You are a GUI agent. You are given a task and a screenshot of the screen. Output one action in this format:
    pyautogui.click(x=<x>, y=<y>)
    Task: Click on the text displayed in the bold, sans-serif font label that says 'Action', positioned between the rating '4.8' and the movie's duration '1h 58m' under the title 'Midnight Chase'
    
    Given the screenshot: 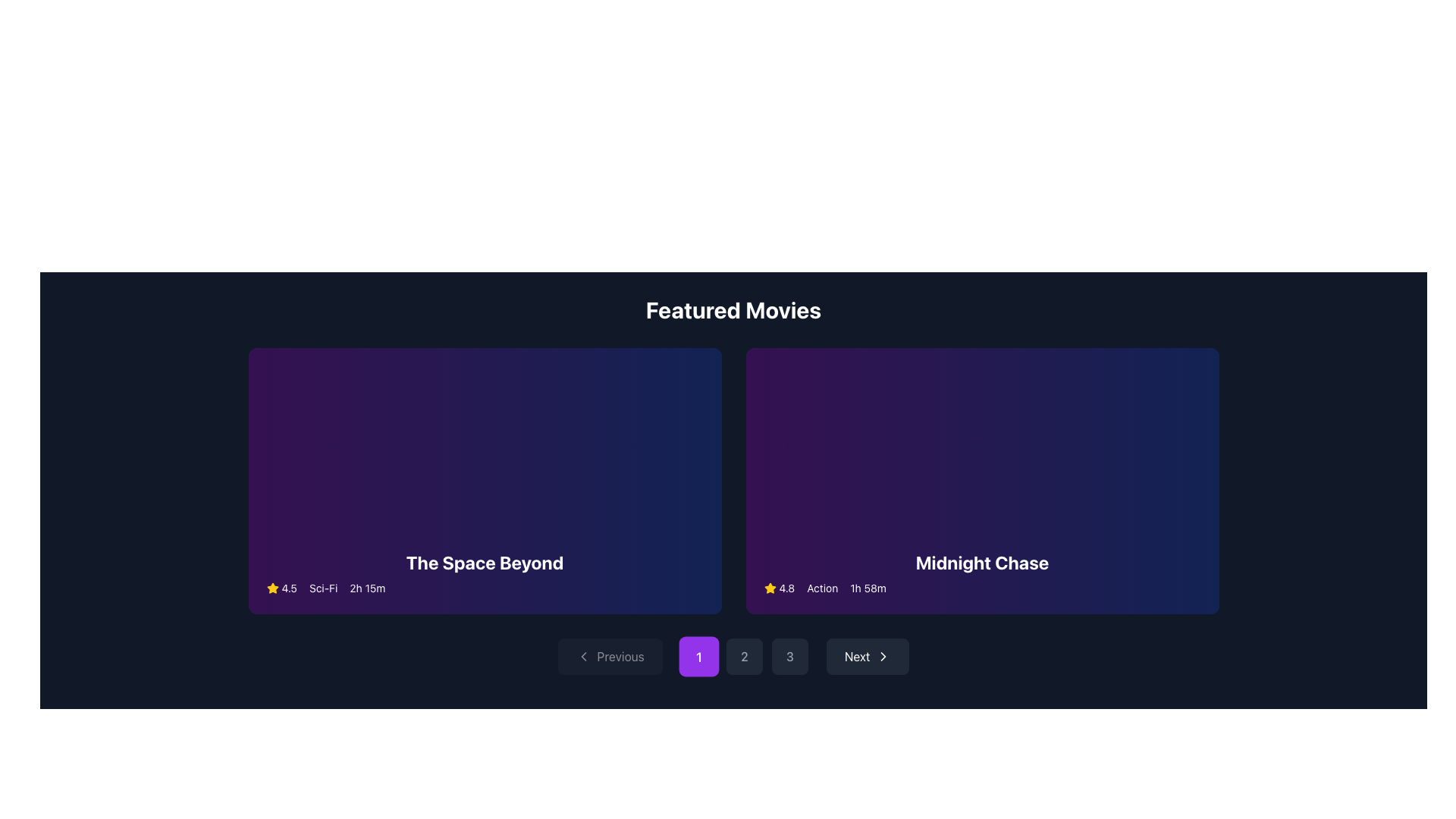 What is the action you would take?
    pyautogui.click(x=821, y=587)
    